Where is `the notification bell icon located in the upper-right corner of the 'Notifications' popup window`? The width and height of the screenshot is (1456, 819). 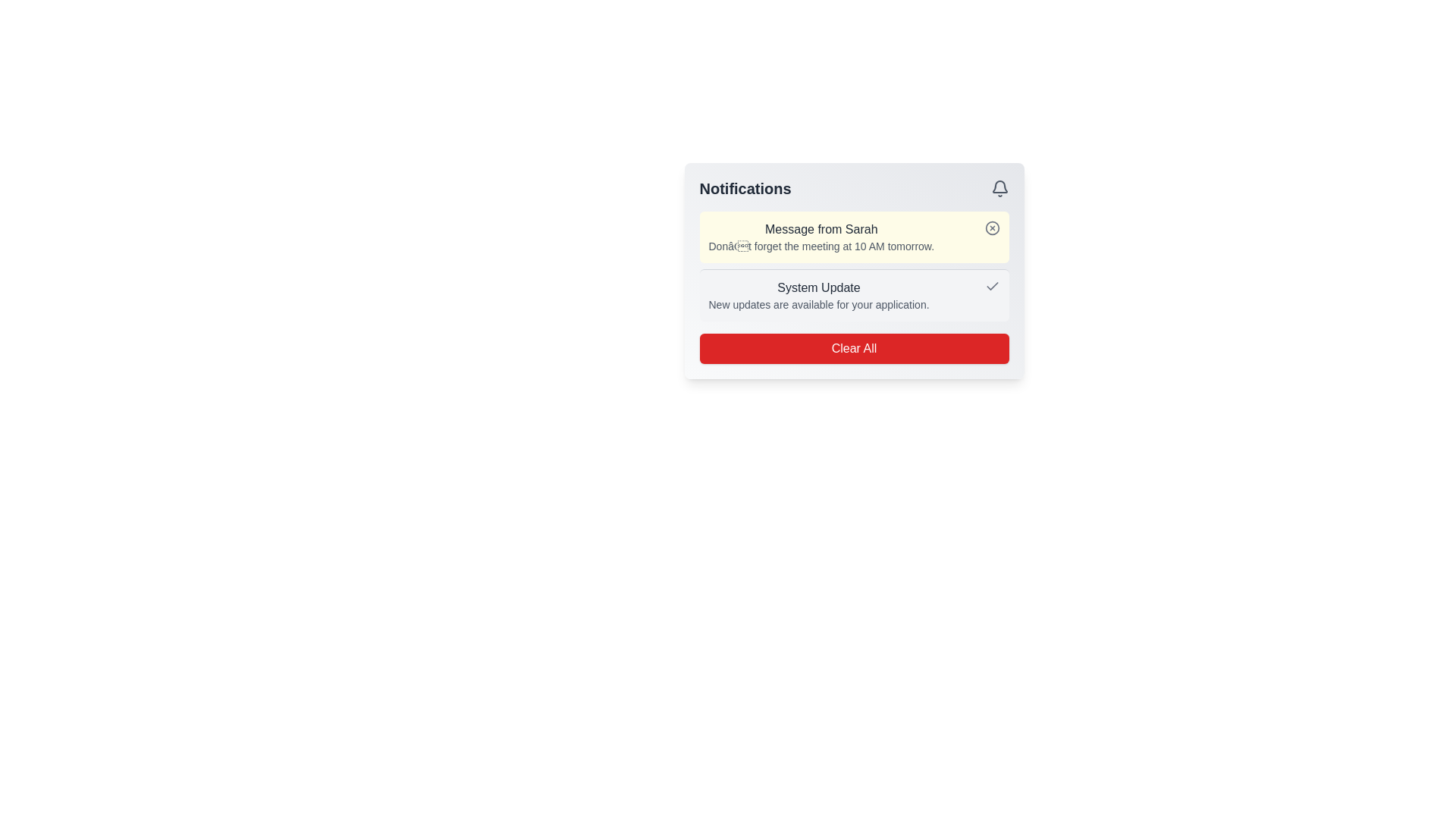
the notification bell icon located in the upper-right corner of the 'Notifications' popup window is located at coordinates (999, 186).